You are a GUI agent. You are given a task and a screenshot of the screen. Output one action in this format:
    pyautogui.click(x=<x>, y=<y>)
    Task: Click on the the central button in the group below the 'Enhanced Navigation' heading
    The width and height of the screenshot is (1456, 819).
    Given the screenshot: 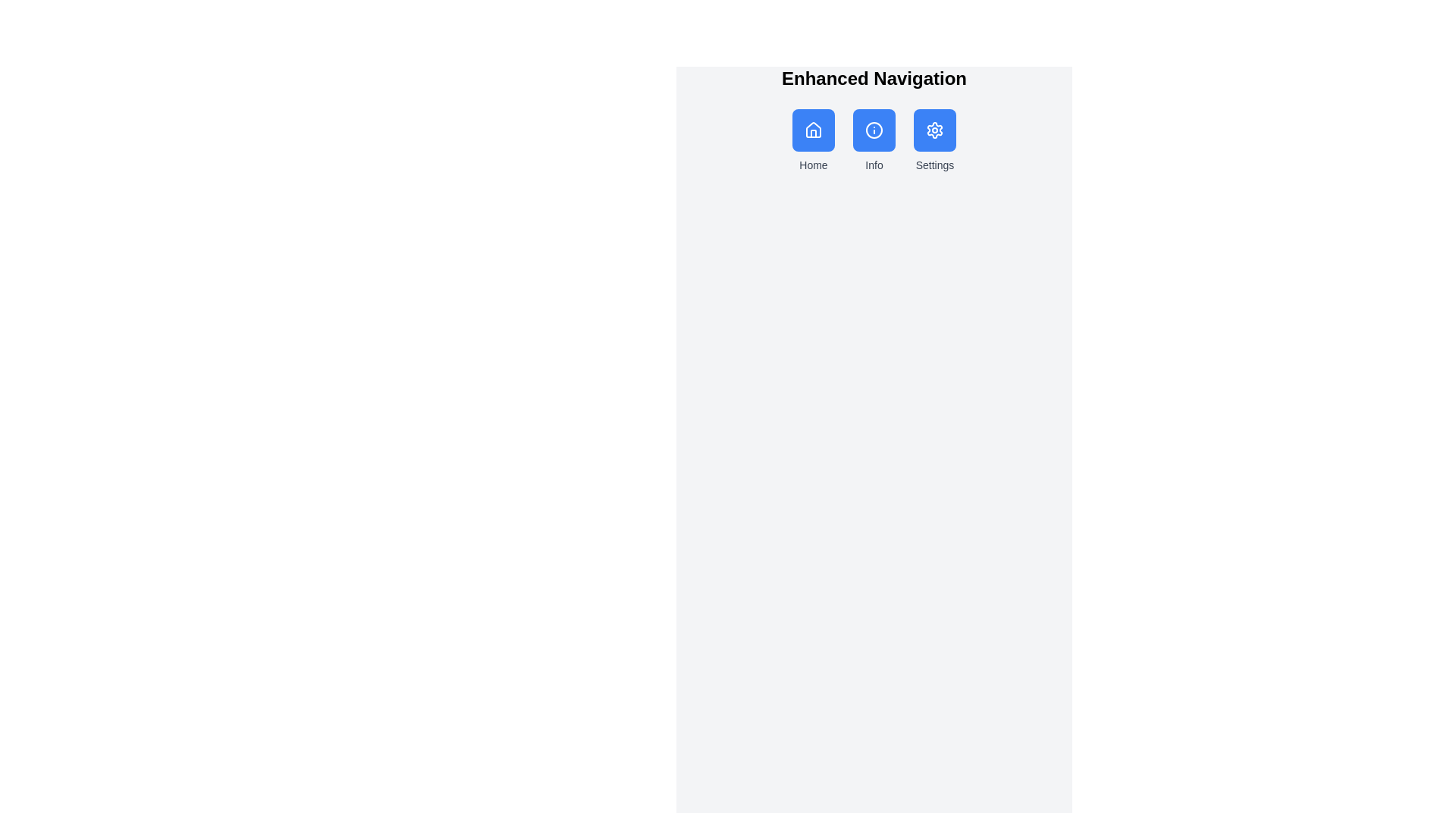 What is the action you would take?
    pyautogui.click(x=874, y=140)
    